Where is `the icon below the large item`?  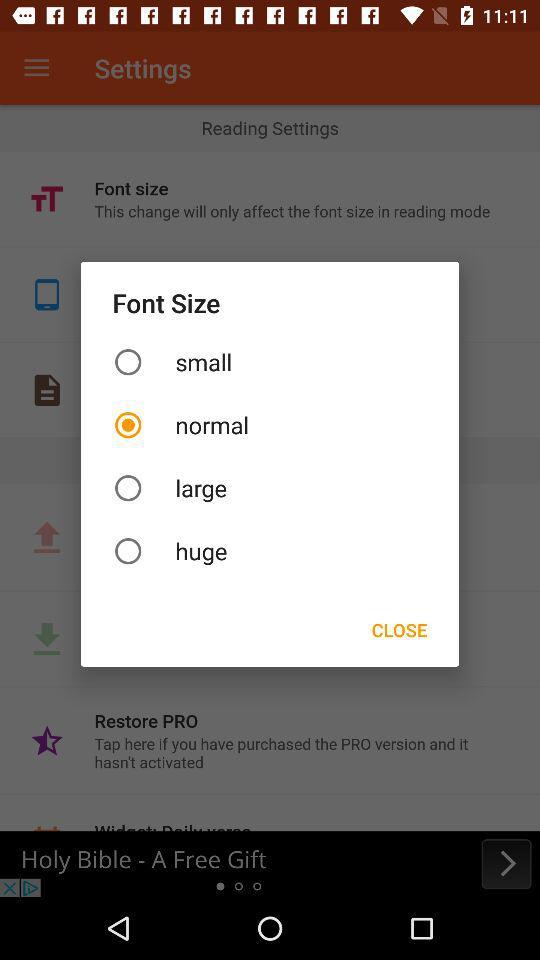 the icon below the large item is located at coordinates (270, 551).